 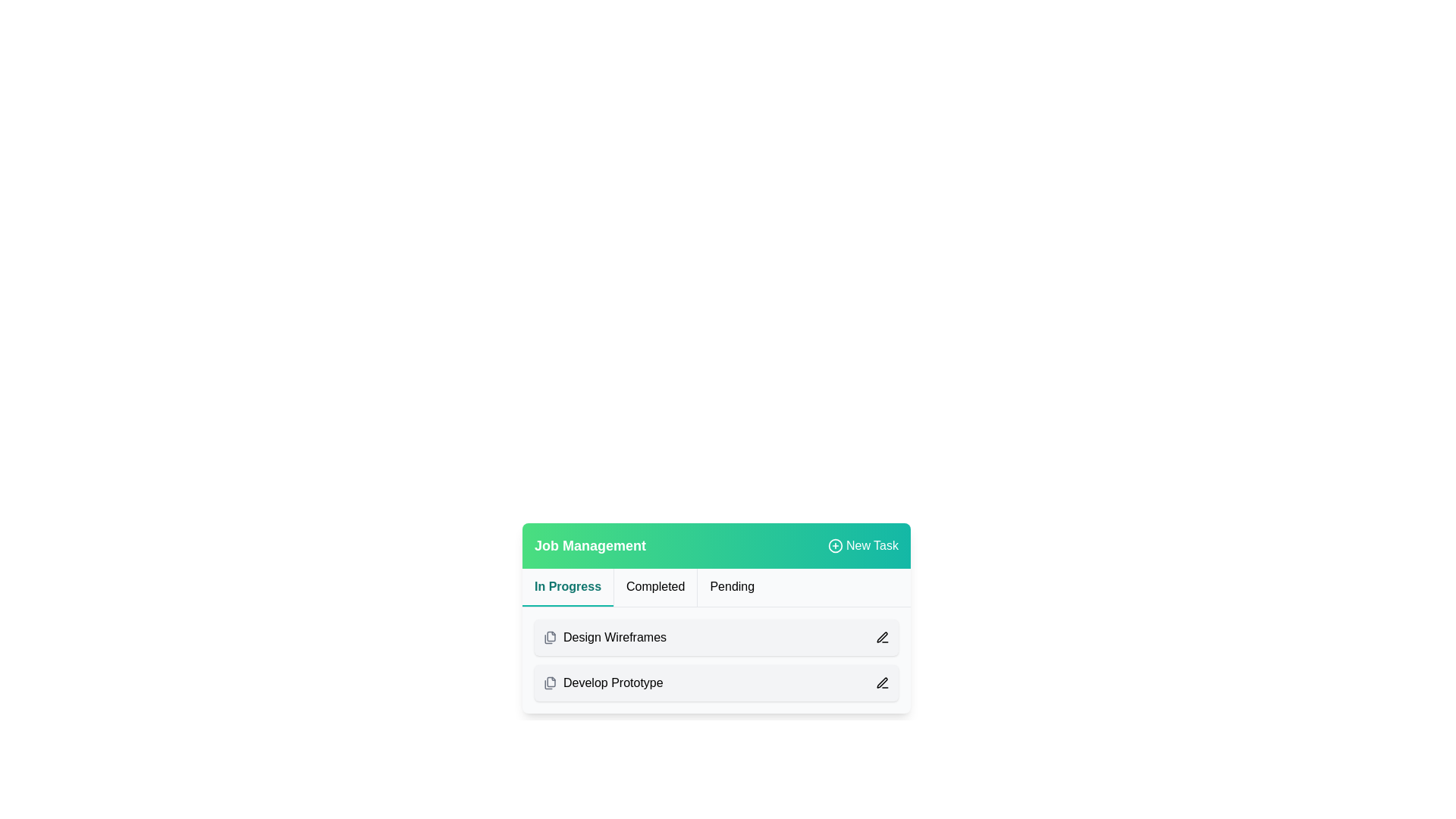 What do you see at coordinates (882, 637) in the screenshot?
I see `the edit icon (pen) located on the right side of the 'Develop Prototype' row in the 'In Progress' section of the 'Job Management' card` at bounding box center [882, 637].